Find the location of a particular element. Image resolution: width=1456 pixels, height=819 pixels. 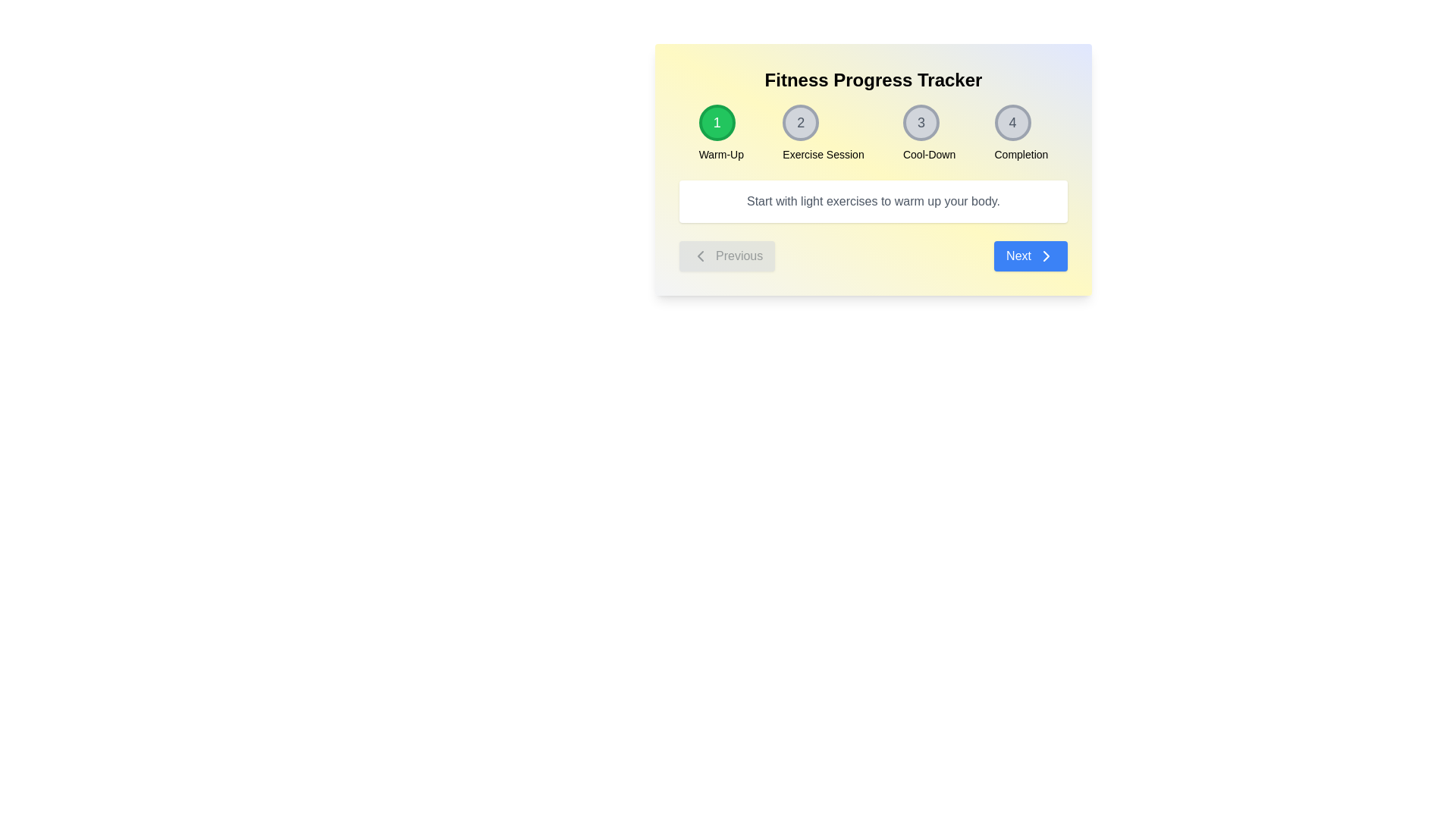

the circular Step Indicator icon displaying the numeral '3' with the text 'Cool-Down' below it is located at coordinates (928, 133).